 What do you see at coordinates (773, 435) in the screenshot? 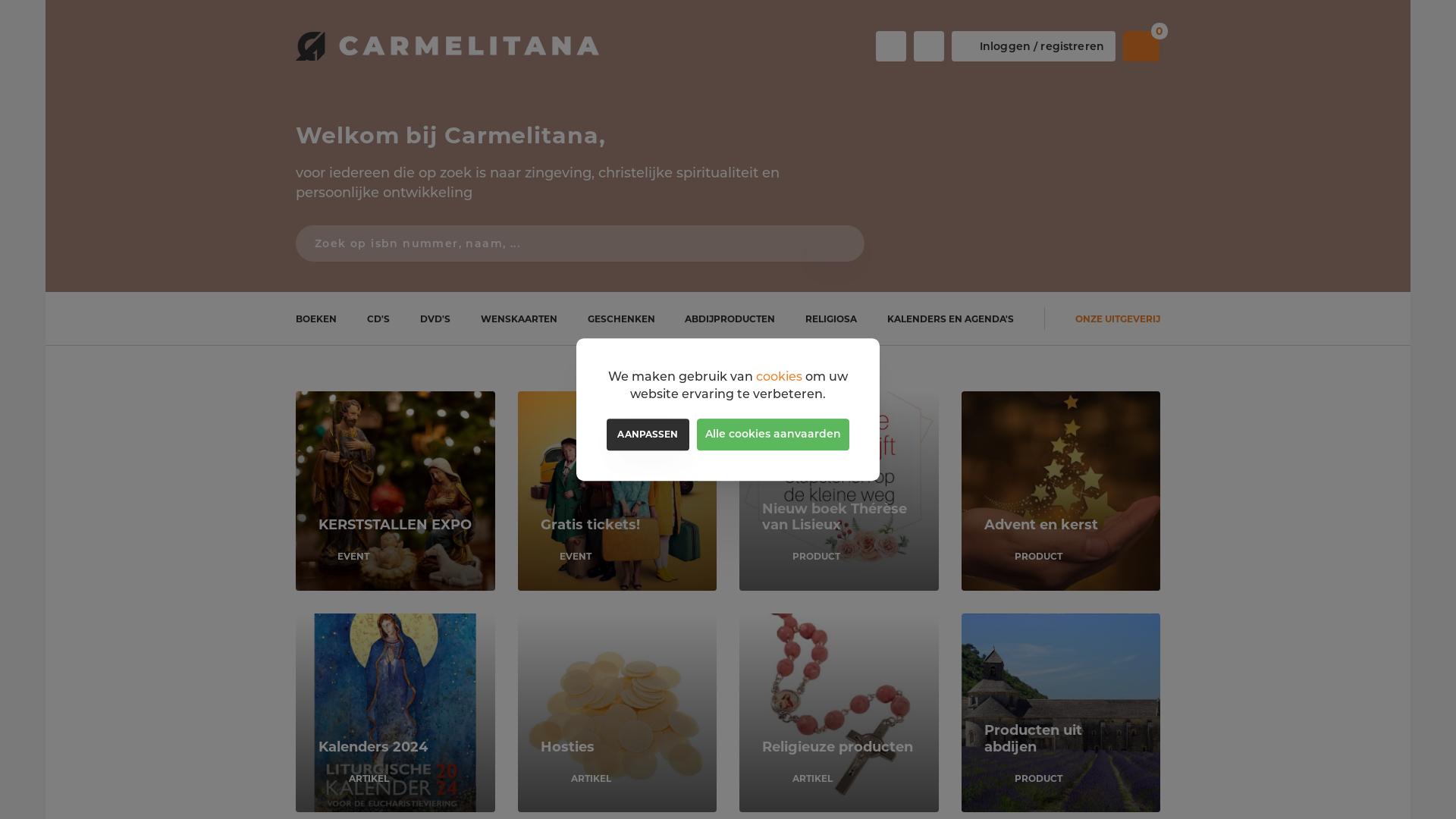
I see `'Alle cookies aanvaarden'` at bounding box center [773, 435].